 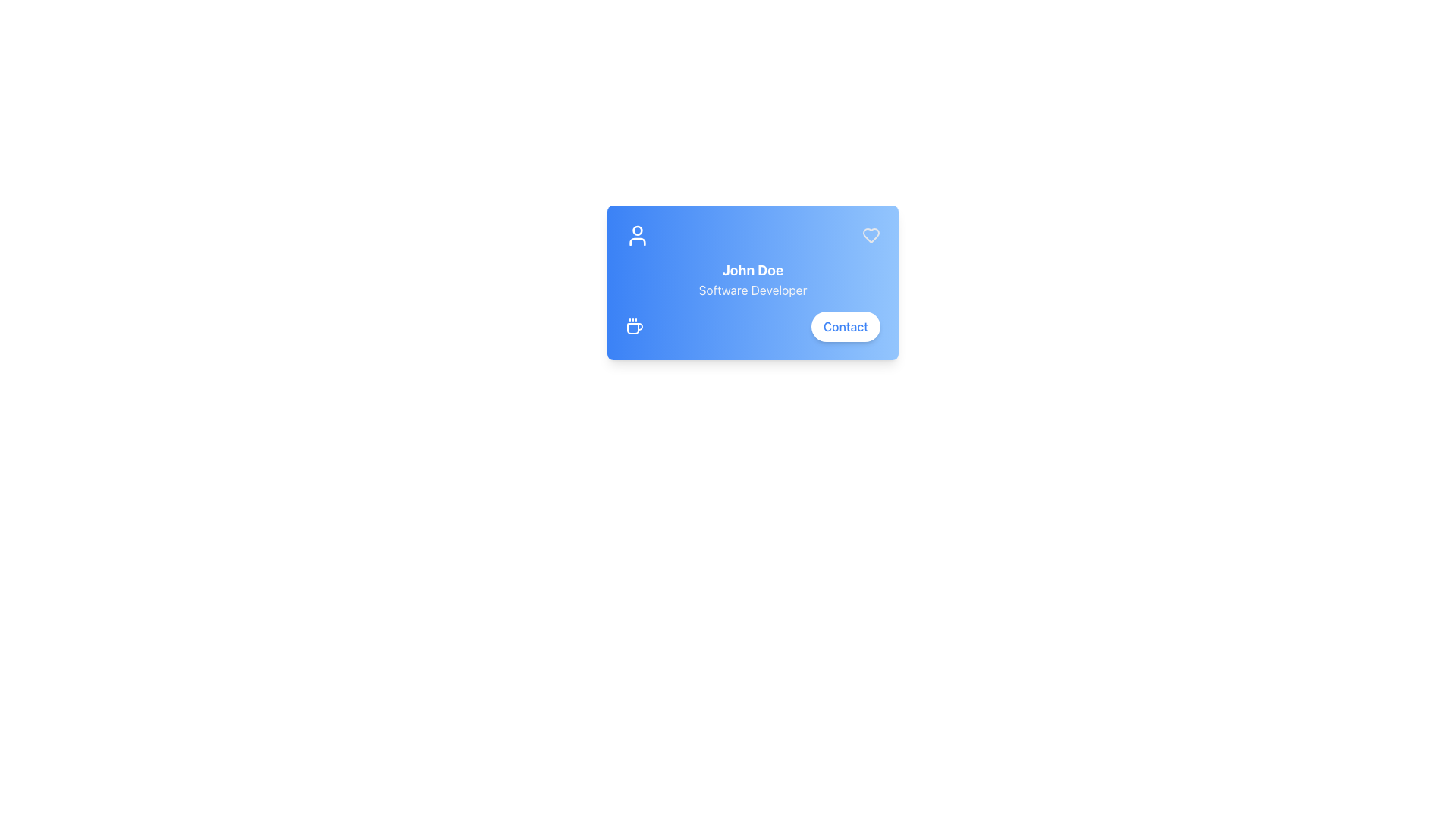 What do you see at coordinates (871, 236) in the screenshot?
I see `the heart-shaped like button outlined in white located in the top-right corner of the card to like the profile` at bounding box center [871, 236].